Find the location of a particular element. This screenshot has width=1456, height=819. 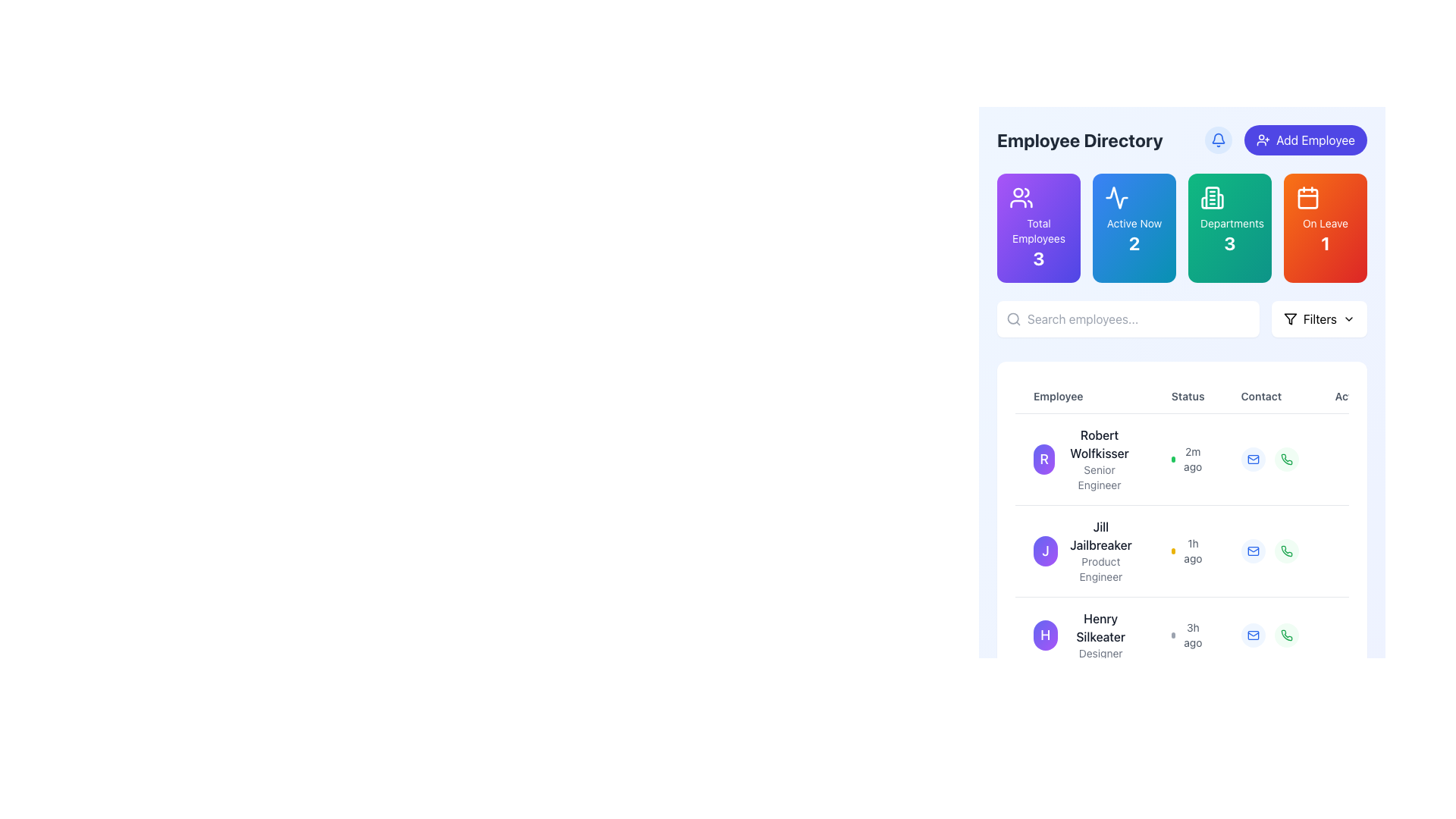

the small circular button with a light blue background and envelope icon to initiate an email to the employee 'Robert Wolfkisser' is located at coordinates (1253, 458).